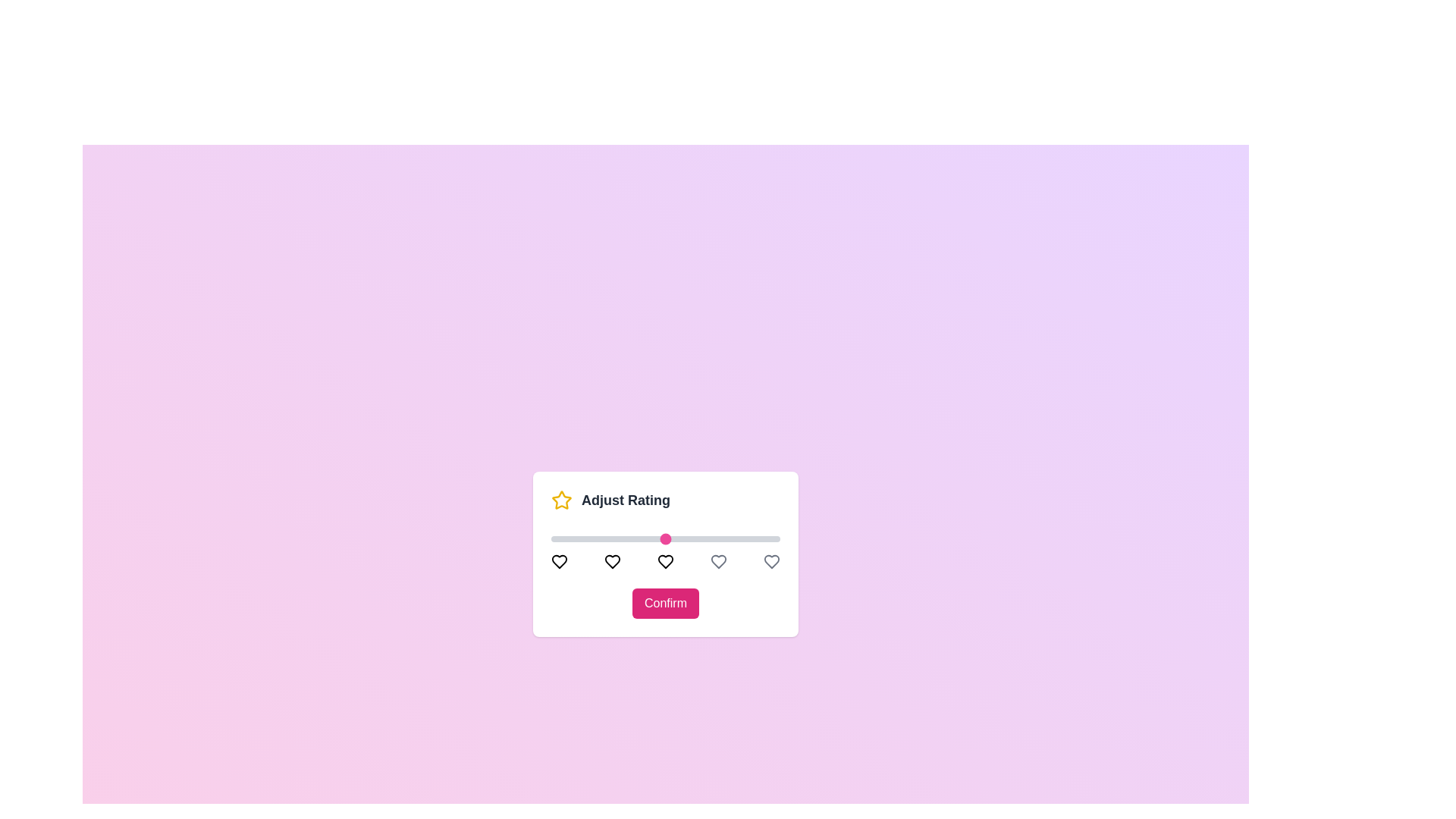 This screenshot has height=819, width=1456. Describe the element at coordinates (666, 538) in the screenshot. I see `the slider to set the rating to 3` at that location.